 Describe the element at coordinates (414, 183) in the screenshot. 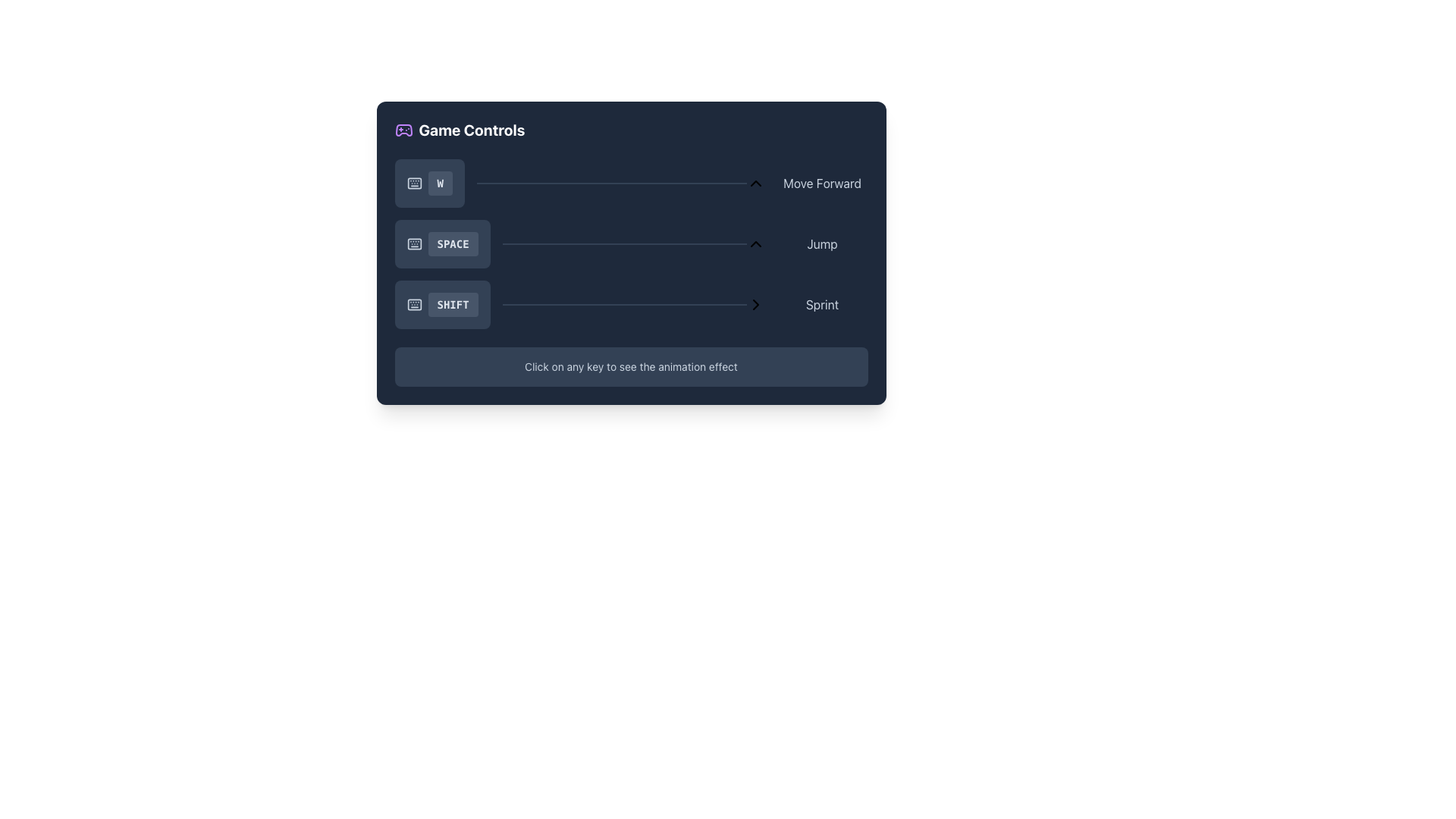

I see `the keyboard icon, which is light gray on a dark background, located to the left of the label 'W' in the game control instructions panel` at that location.